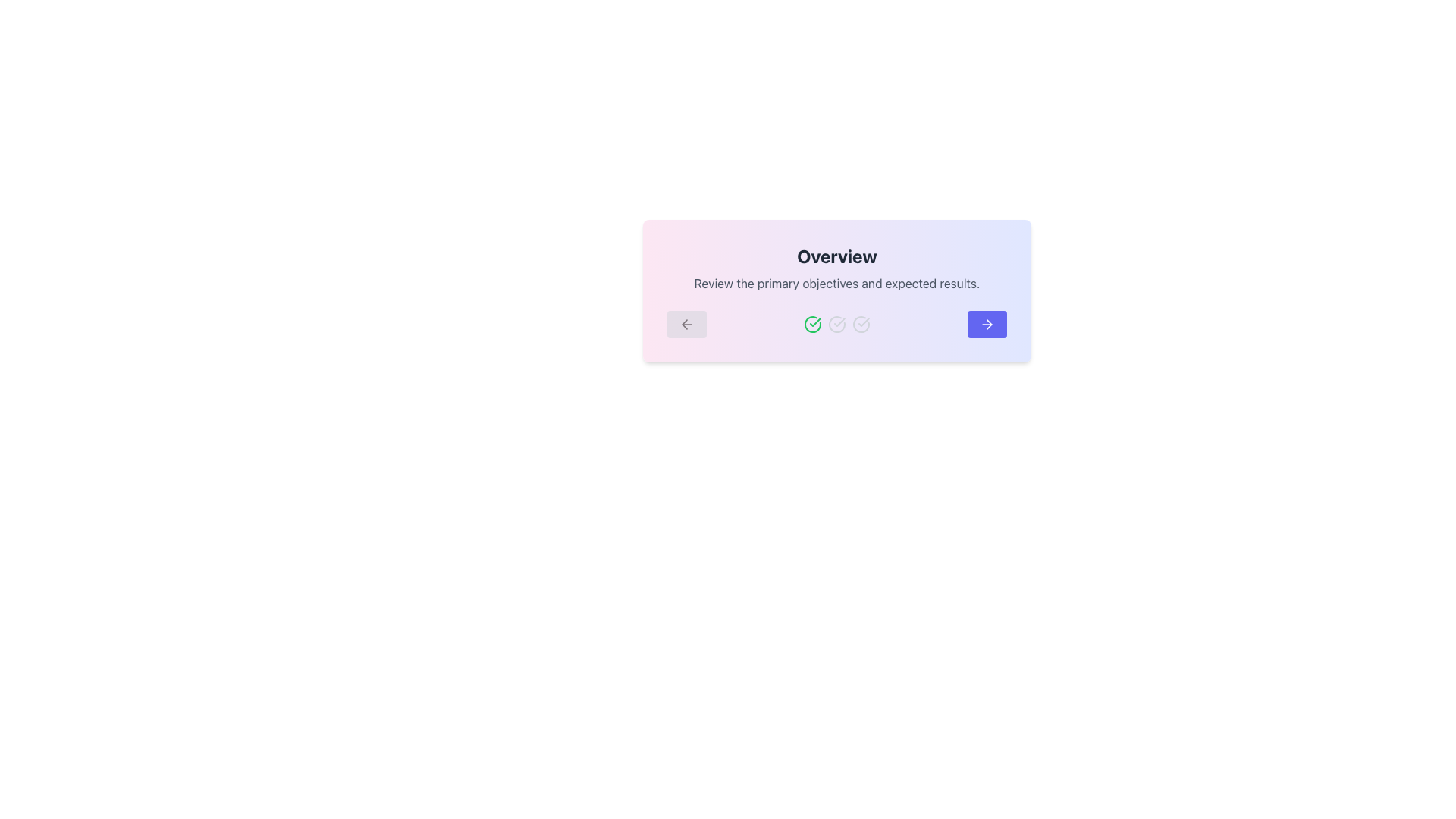 This screenshot has height=819, width=1456. Describe the element at coordinates (814, 321) in the screenshot. I see `the positive action or completion status vector graphic icon located at the center area of the UI` at that location.